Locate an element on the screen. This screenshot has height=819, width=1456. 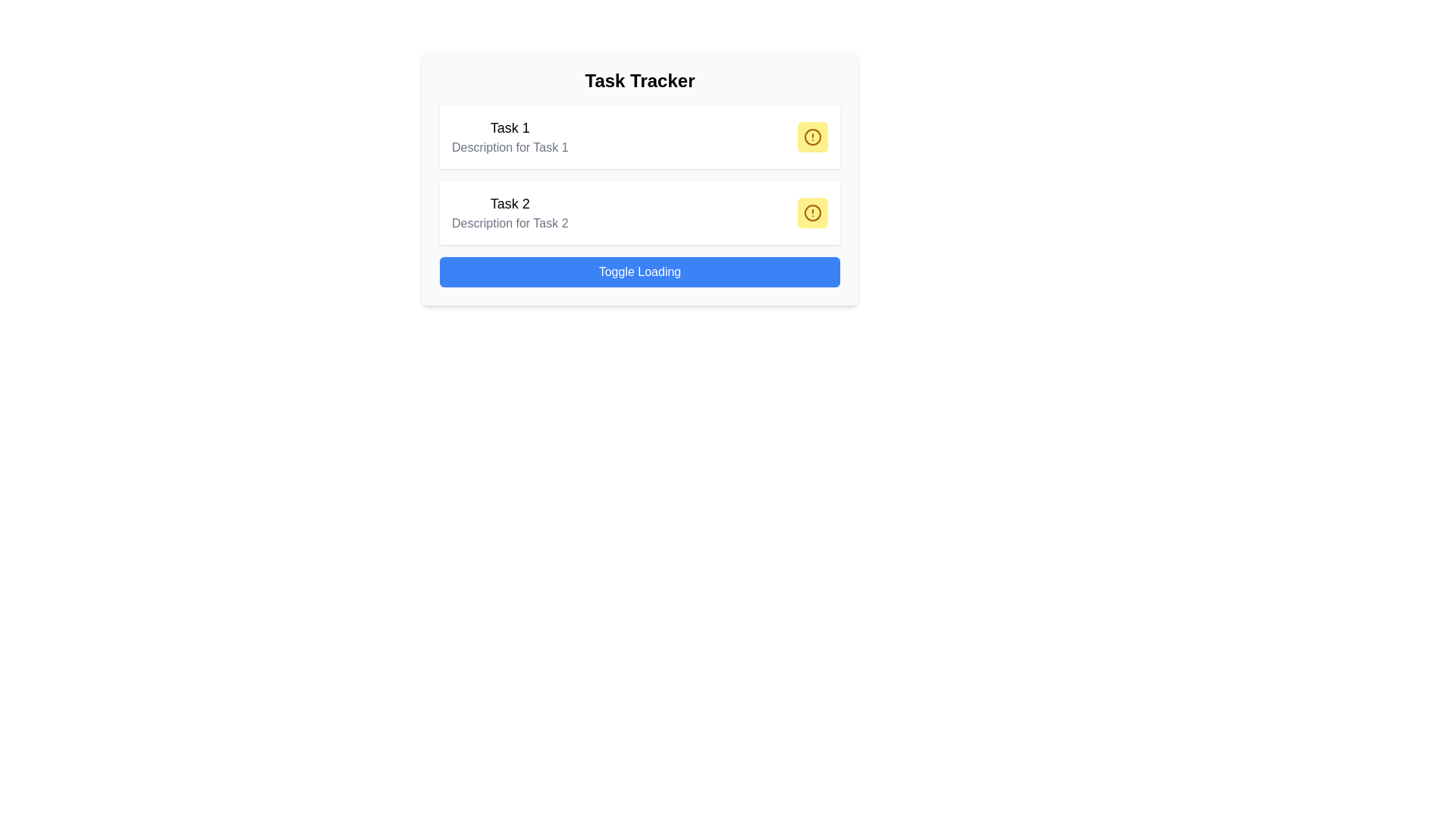
the circular alert element with a yellow background and brown border located in the center of the 'Task 2' icon is located at coordinates (811, 213).